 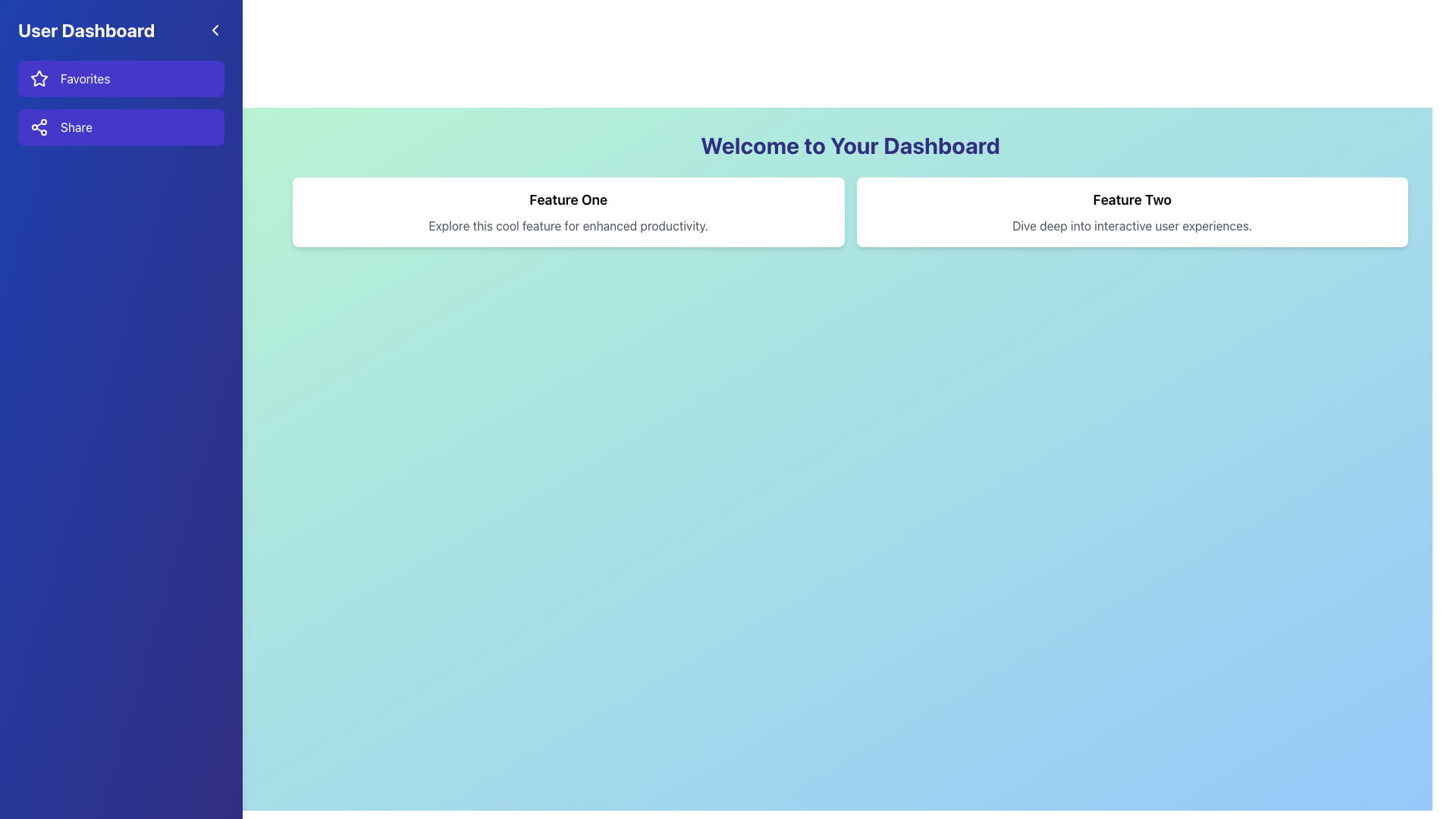 I want to click on the Static Text element that serves as a title or heading for the user navigation section, located at the top-left section of the sidebar layout, so click(x=86, y=30).